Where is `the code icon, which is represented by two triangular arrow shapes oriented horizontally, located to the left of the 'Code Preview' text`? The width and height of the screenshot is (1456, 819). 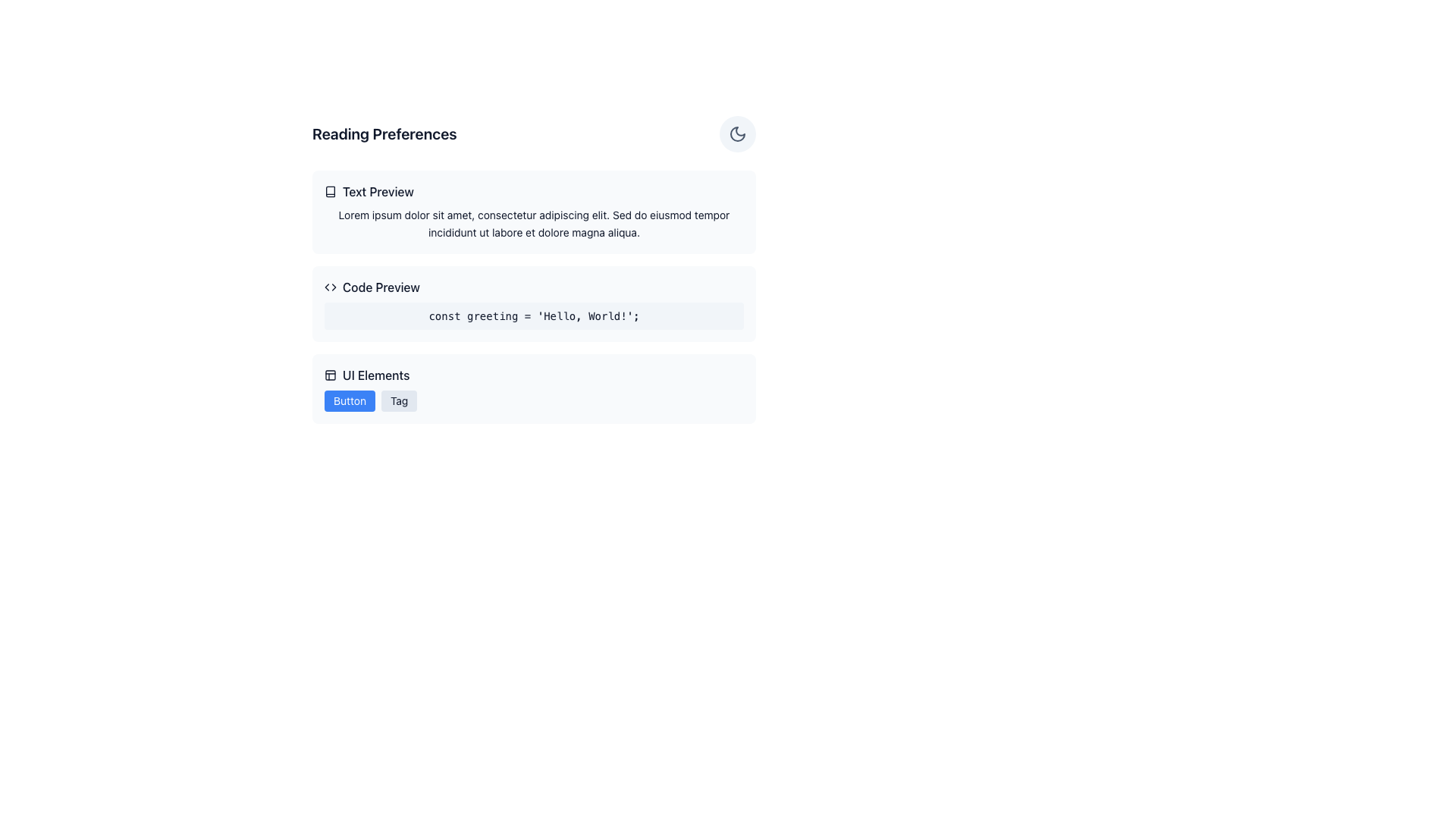
the code icon, which is represented by two triangular arrow shapes oriented horizontally, located to the left of the 'Code Preview' text is located at coordinates (330, 287).